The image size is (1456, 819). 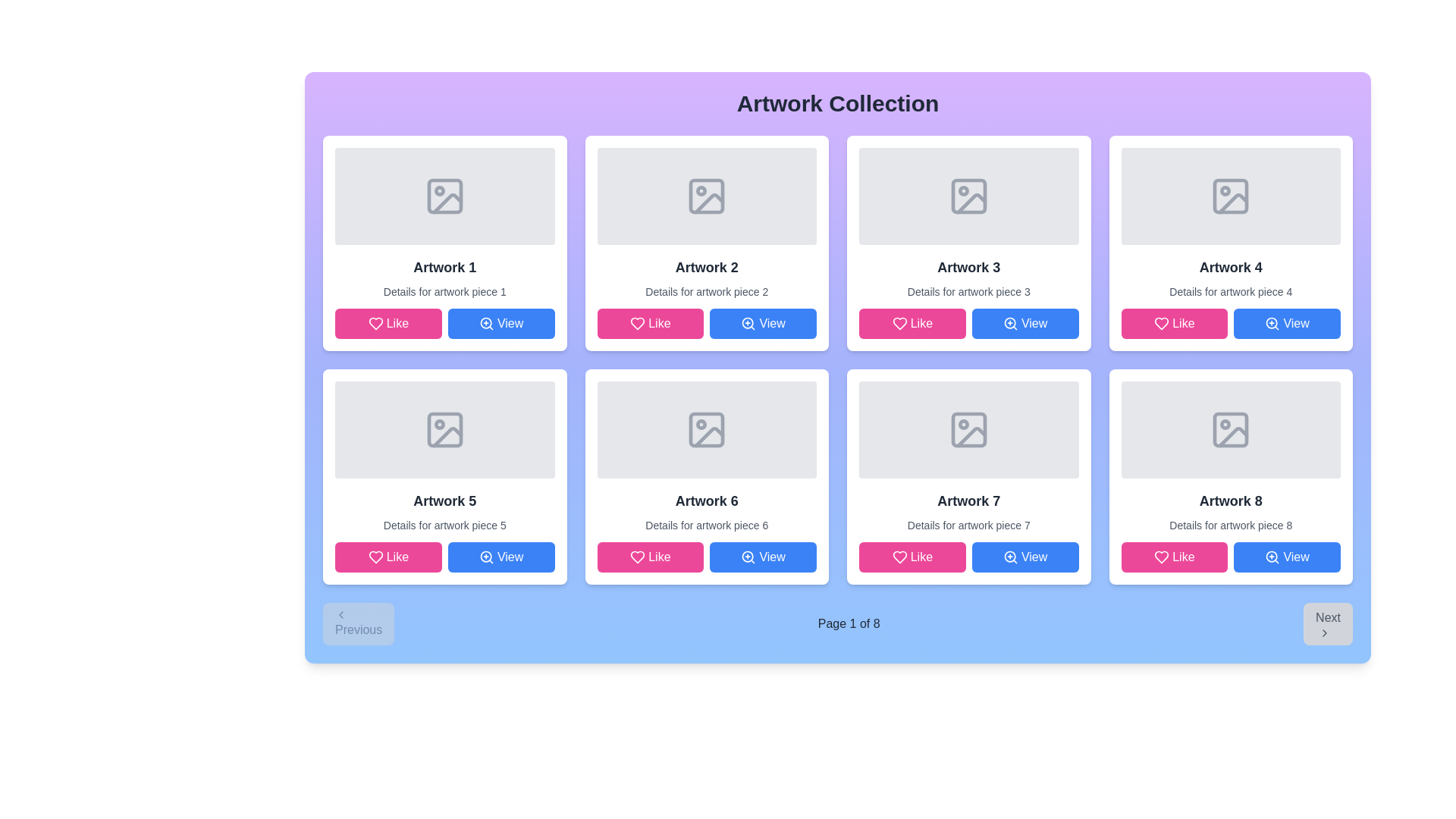 I want to click on the heart-shaped icon styled with pink color, which is centered in the 'Like' button beneath the 'Artwork 2' entry, so click(x=638, y=323).